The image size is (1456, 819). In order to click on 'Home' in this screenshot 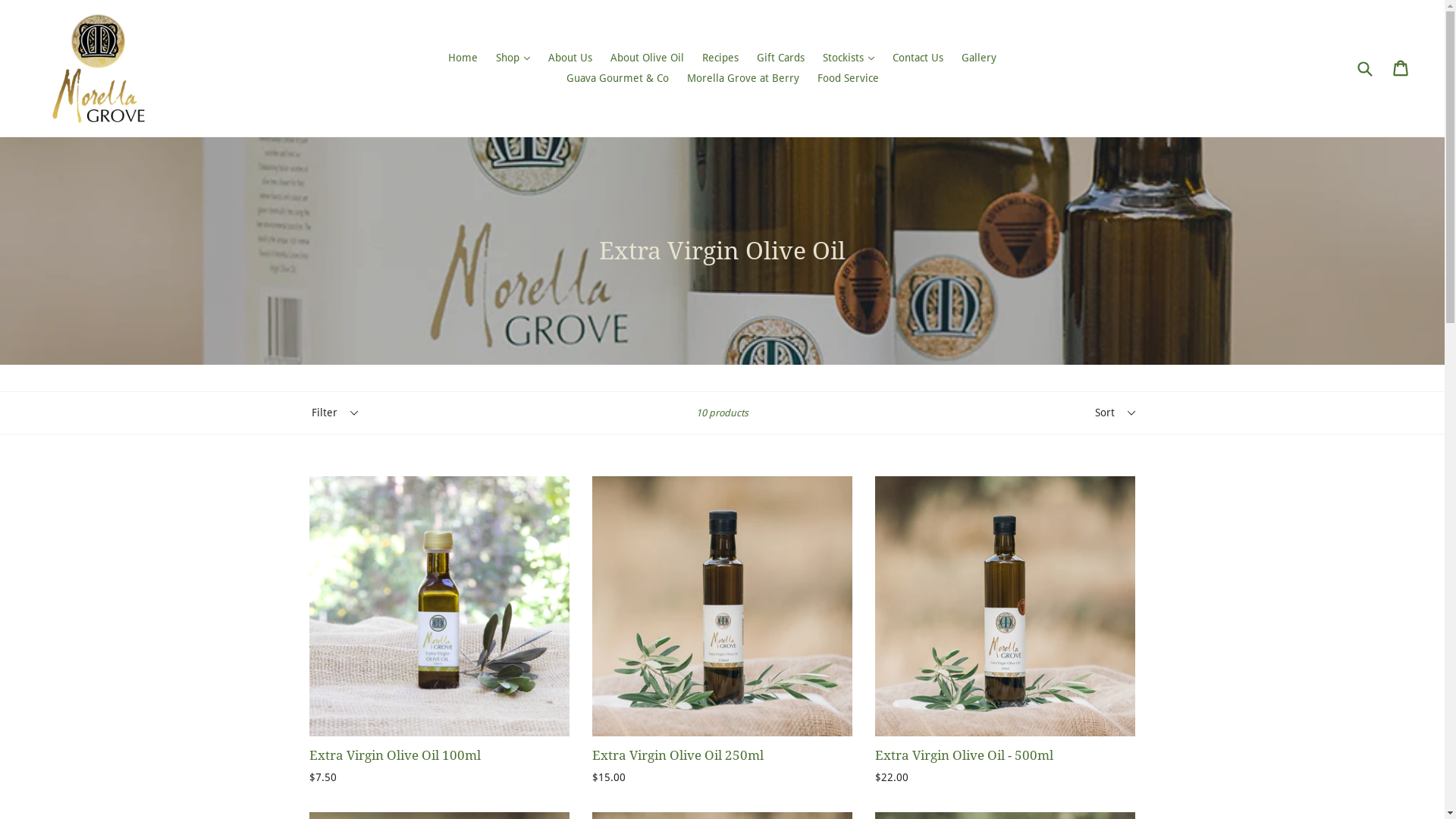, I will do `click(462, 57)`.